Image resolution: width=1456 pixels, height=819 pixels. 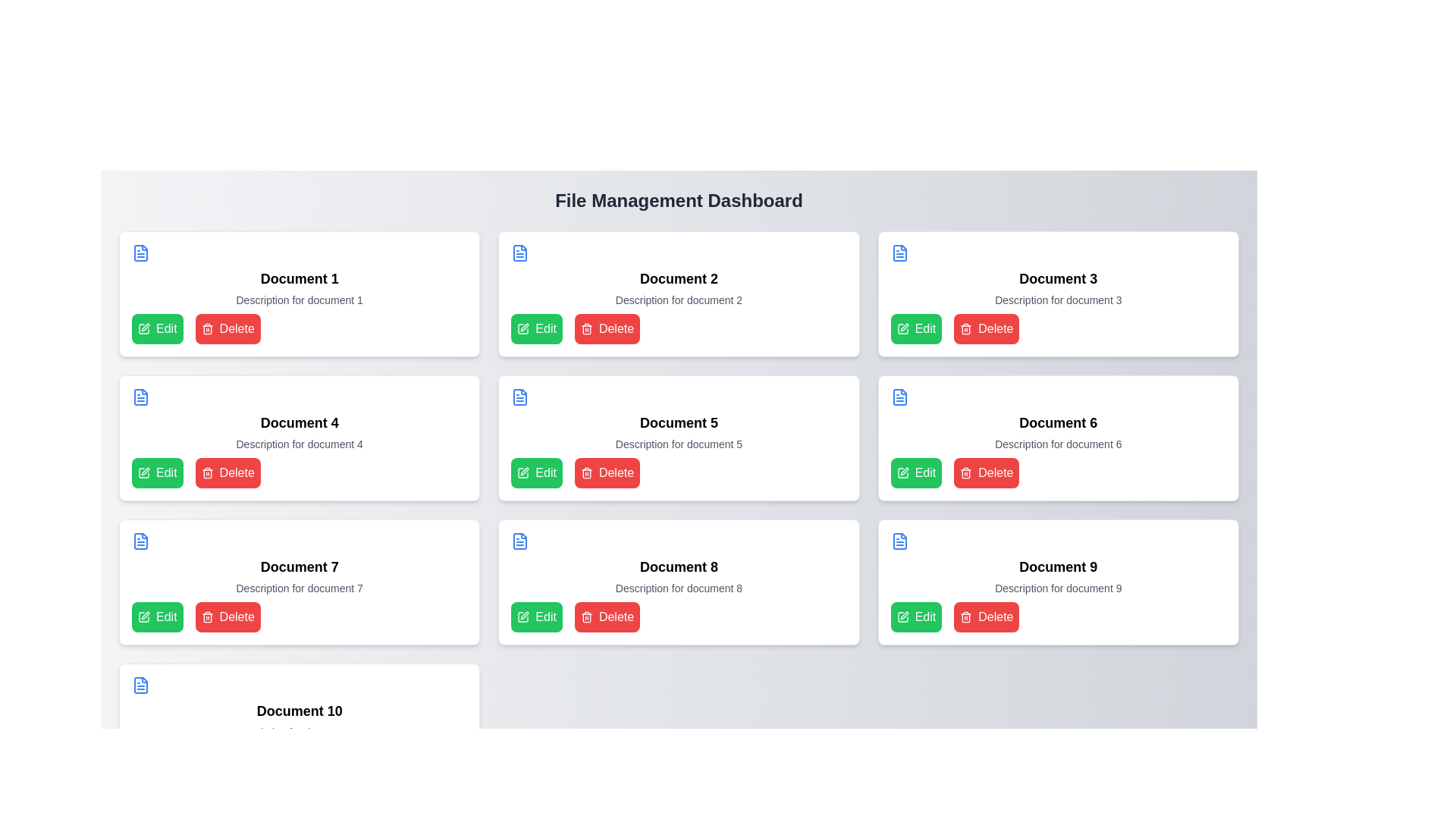 I want to click on the text label displaying 'Document 4', which is styled prominently in bold and large font at the top of its card component, so click(x=300, y=423).